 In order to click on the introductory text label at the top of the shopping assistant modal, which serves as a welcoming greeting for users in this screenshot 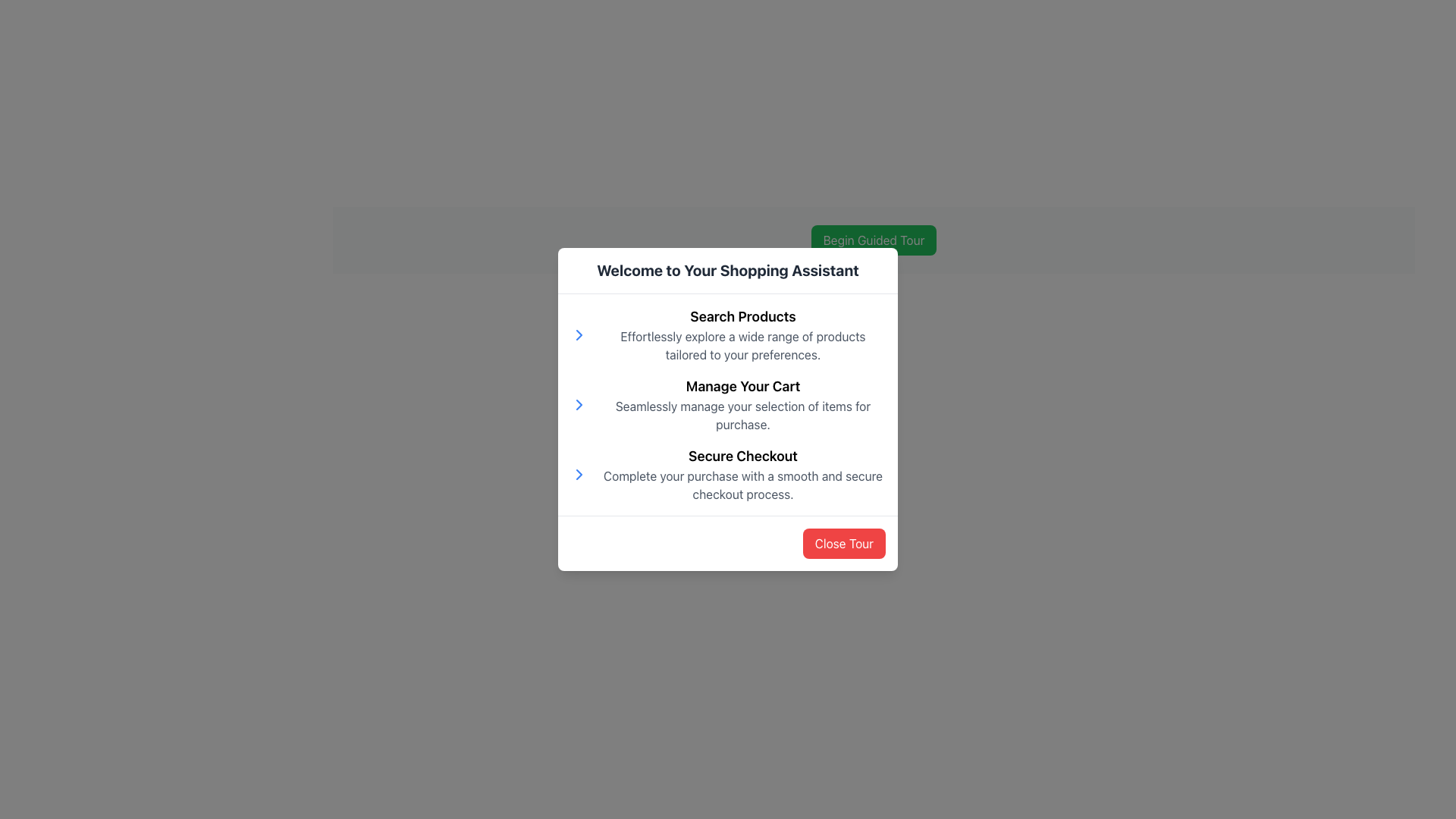, I will do `click(728, 270)`.